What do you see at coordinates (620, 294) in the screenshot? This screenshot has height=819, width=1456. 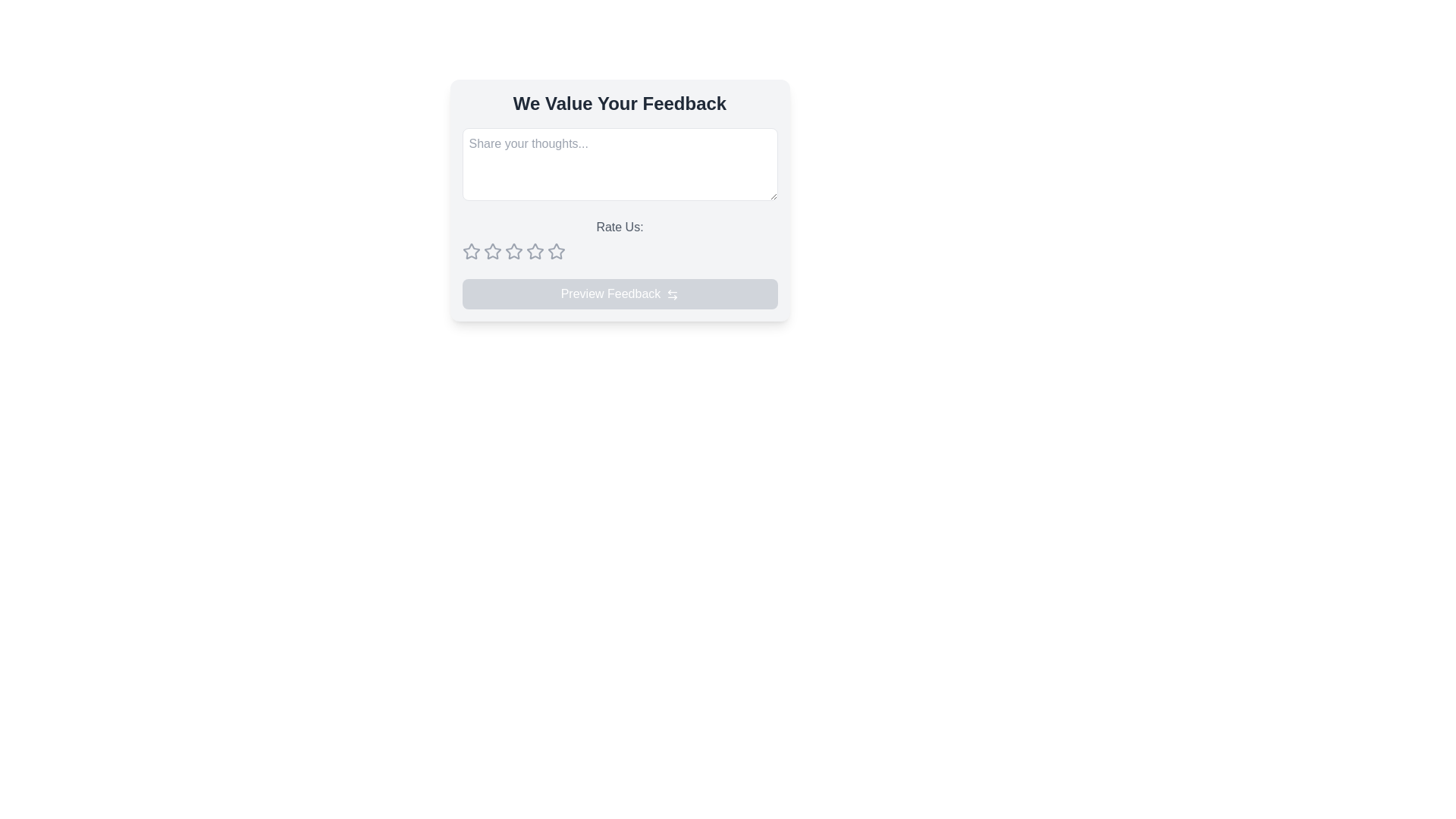 I see `the disabled preview button located at the bottom of the feedback form, under the rating stars section, which is currently unresponsive due to its disabled state` at bounding box center [620, 294].